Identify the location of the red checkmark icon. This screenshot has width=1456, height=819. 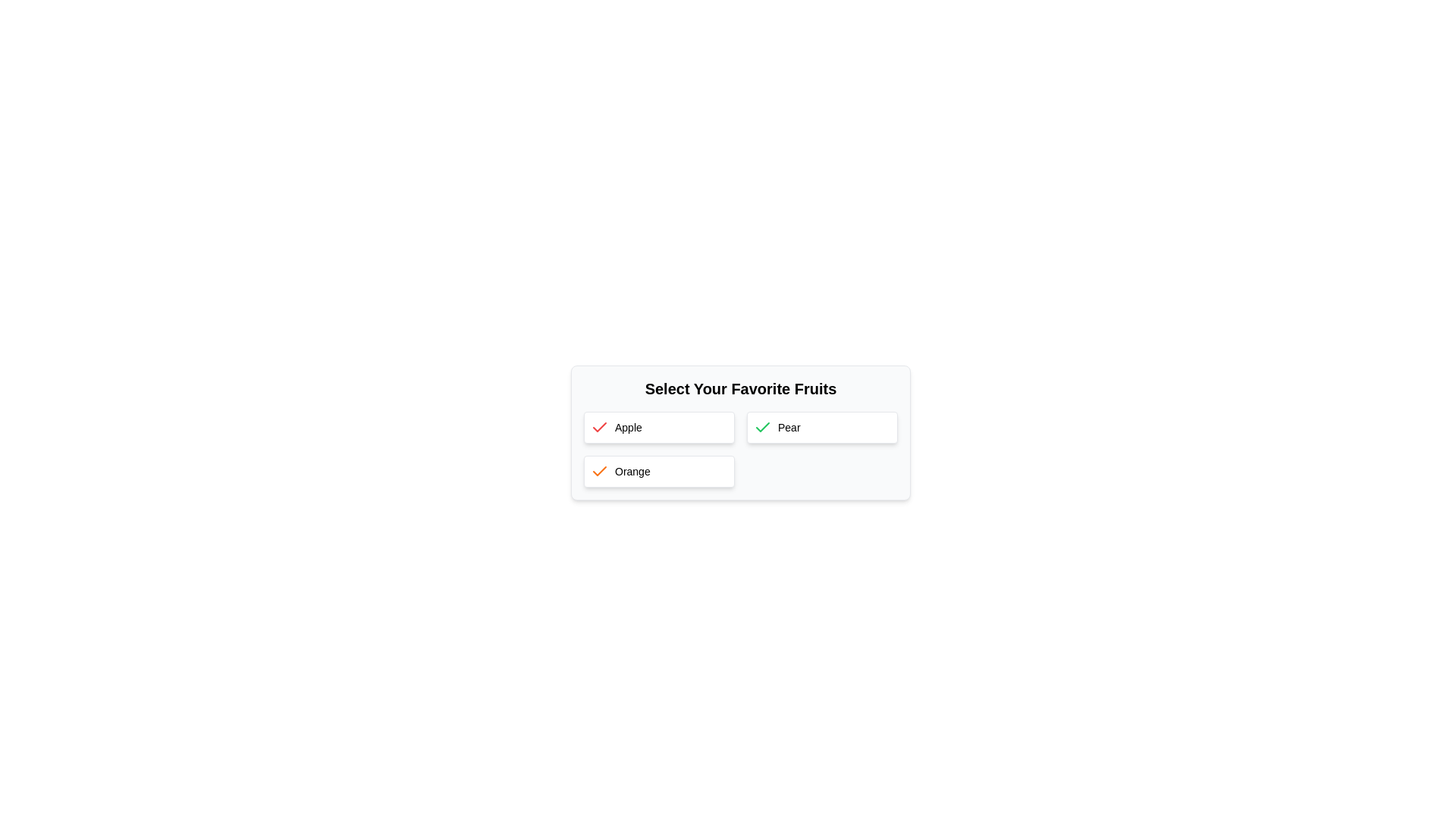
(599, 427).